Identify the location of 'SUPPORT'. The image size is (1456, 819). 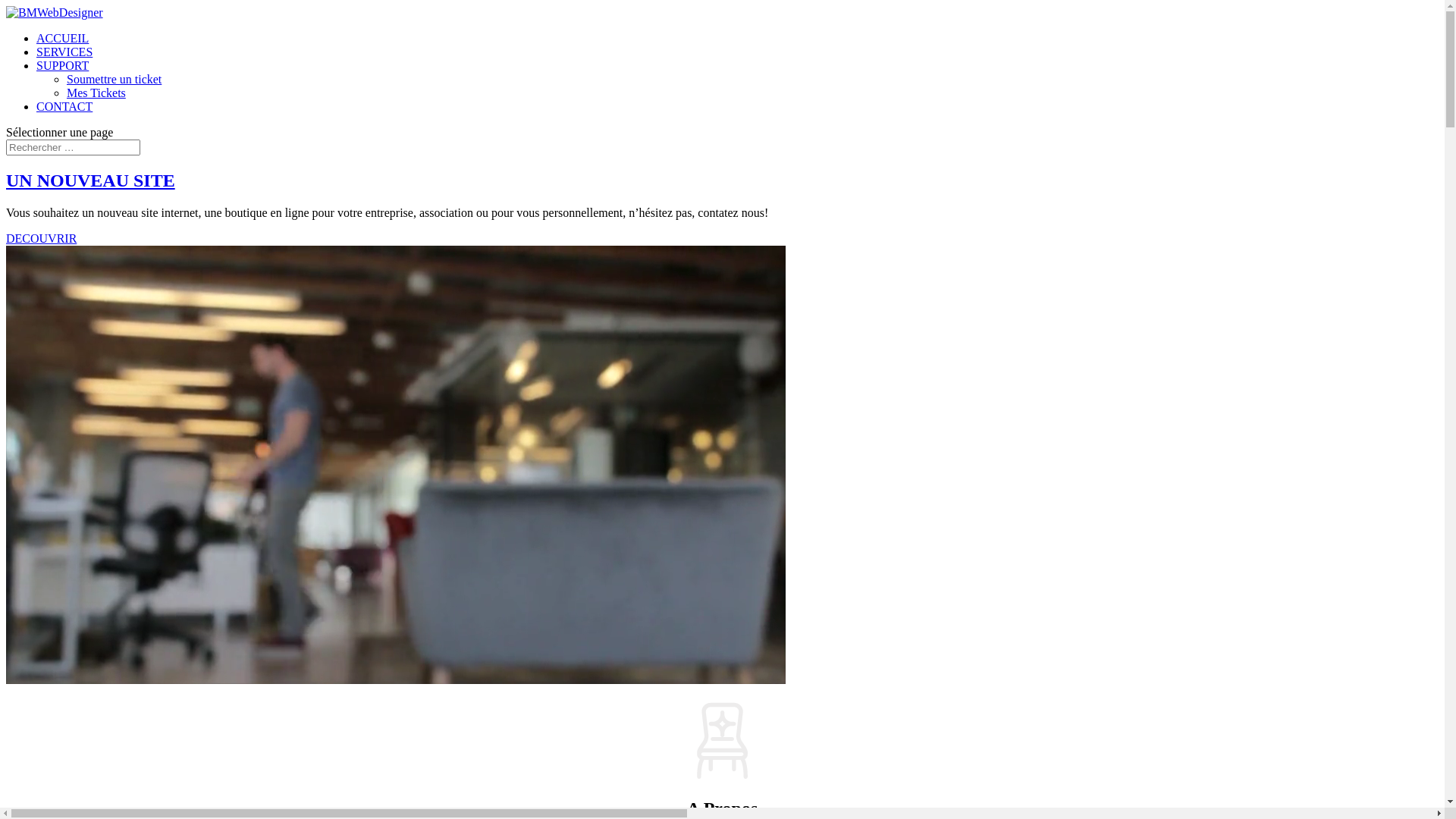
(36, 64).